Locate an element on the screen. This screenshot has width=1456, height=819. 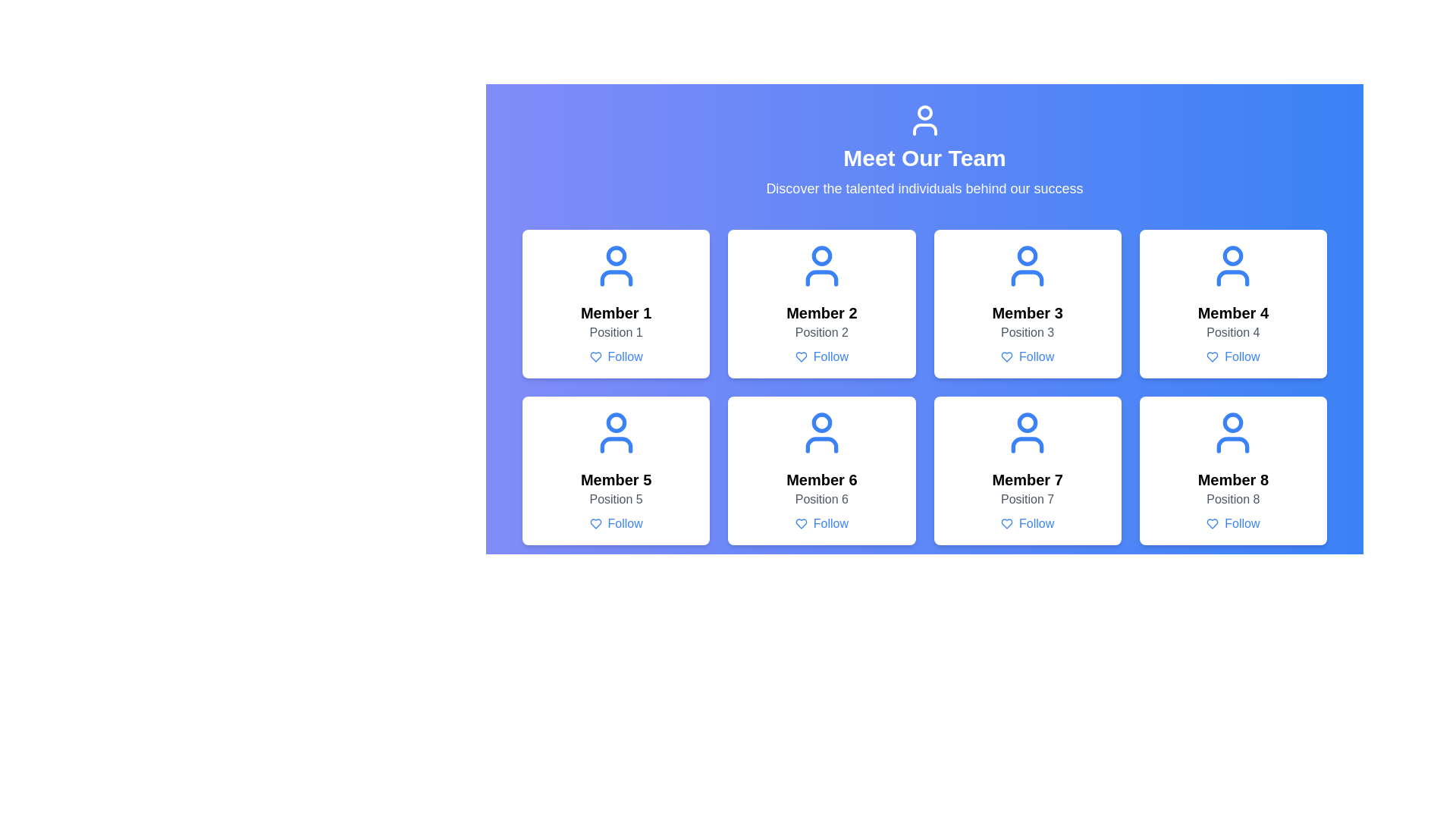
the text label that provides contextual information for the member described in the card, located below 'Member 8' and above the 'Follow' button is located at coordinates (1233, 500).